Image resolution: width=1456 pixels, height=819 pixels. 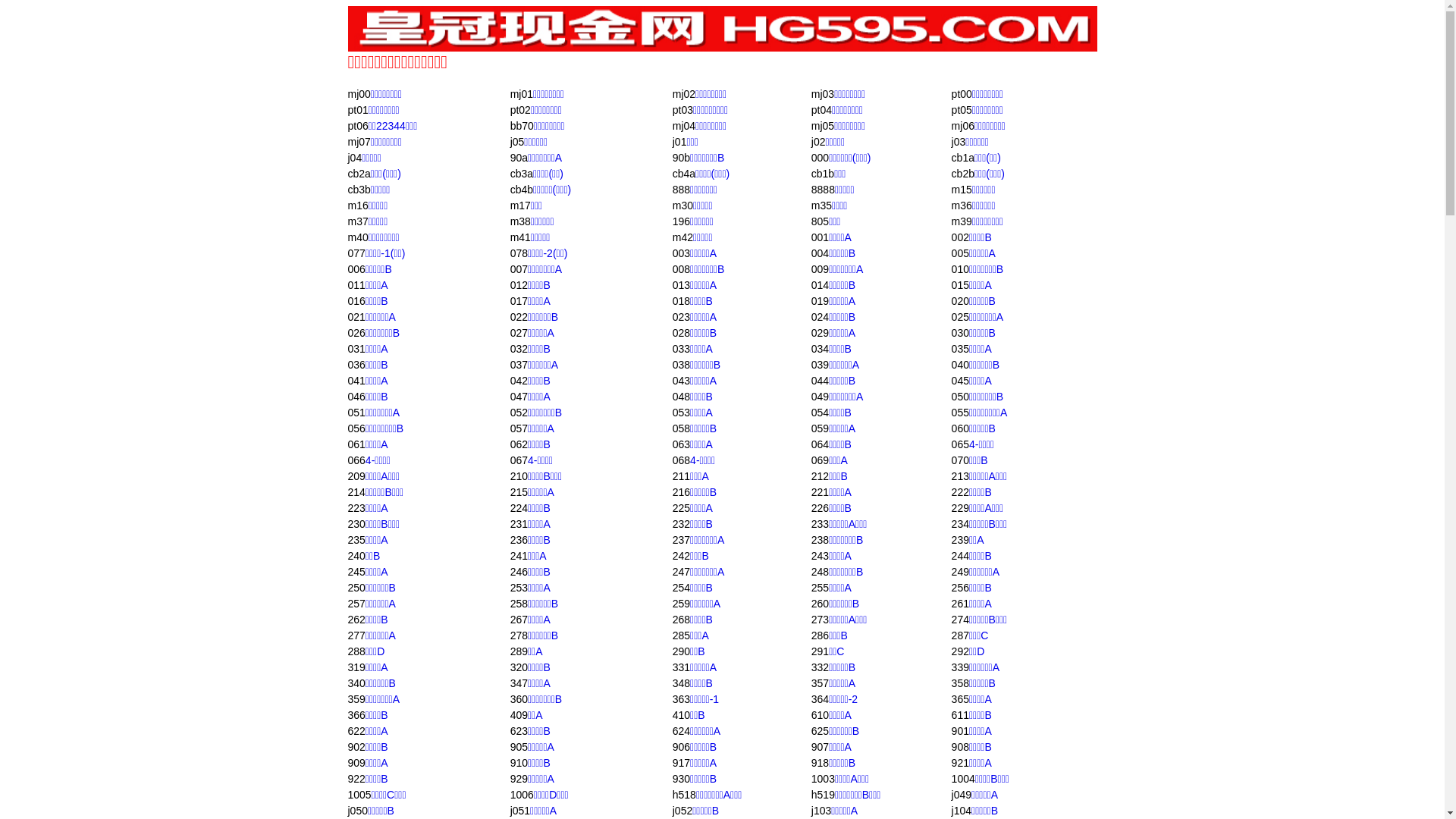 I want to click on 'j050', so click(x=356, y=809).